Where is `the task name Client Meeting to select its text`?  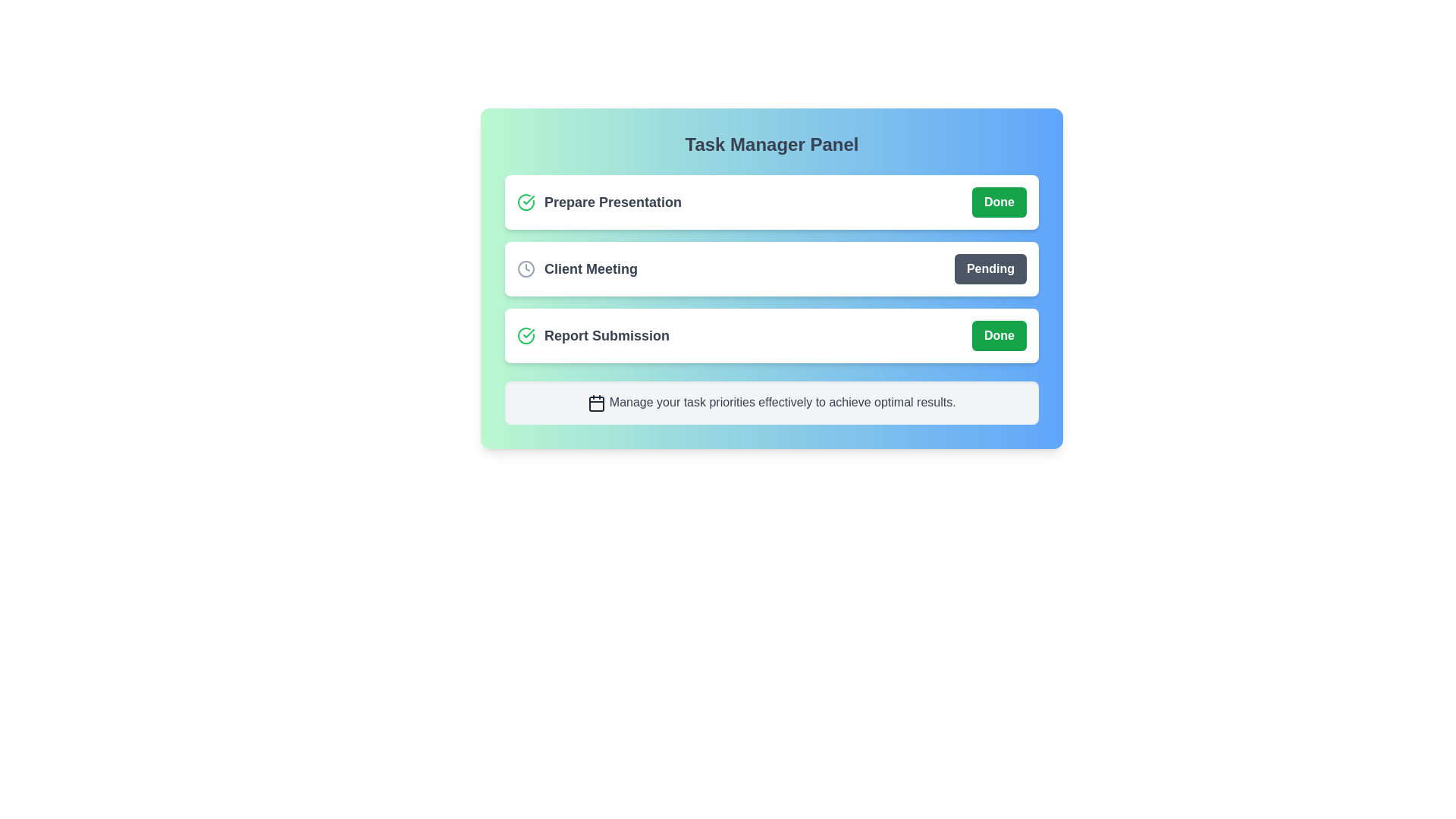 the task name Client Meeting to select its text is located at coordinates (576, 268).